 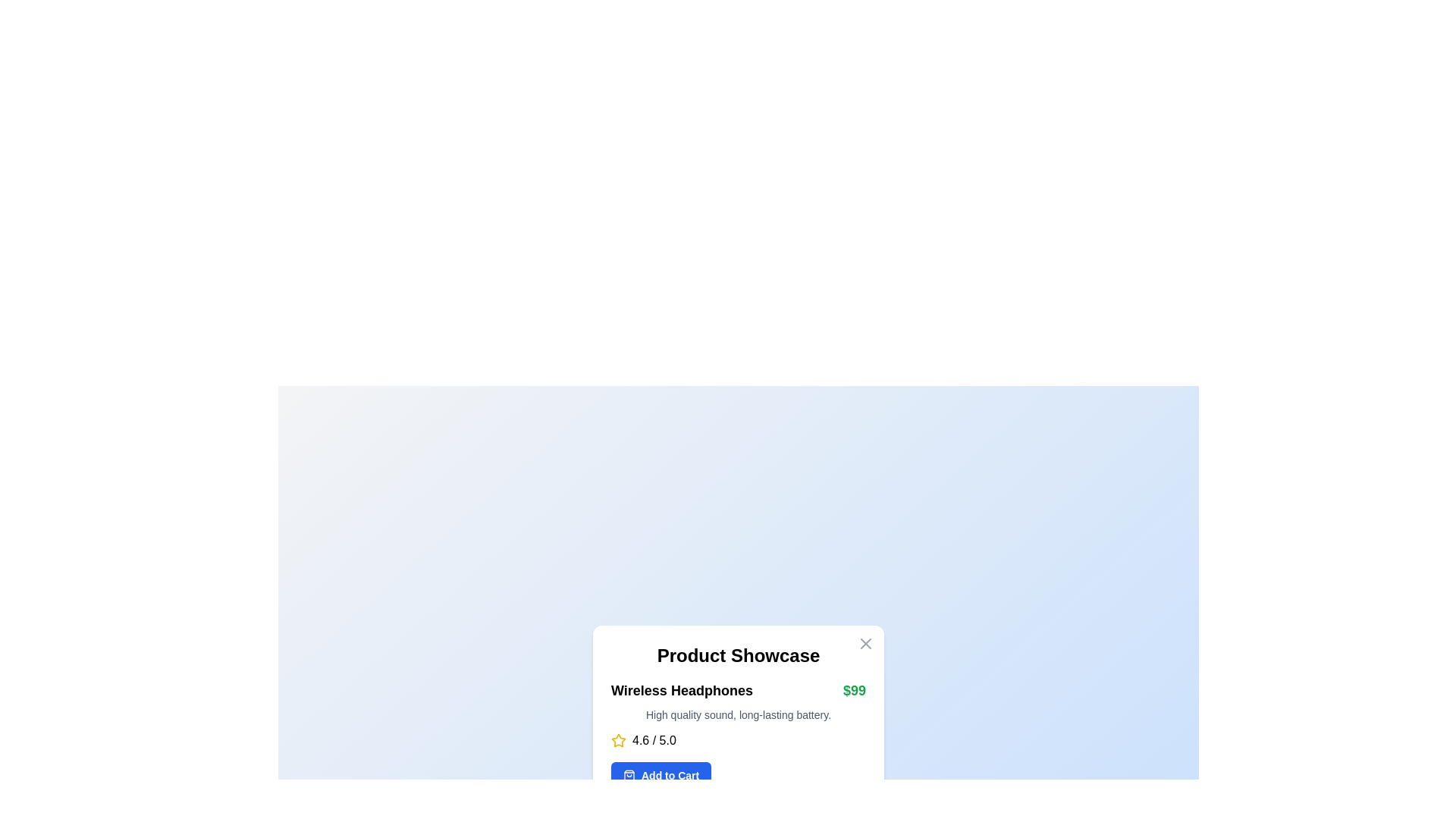 I want to click on the 'X' icon in the top-right corner of the white card, so click(x=866, y=643).